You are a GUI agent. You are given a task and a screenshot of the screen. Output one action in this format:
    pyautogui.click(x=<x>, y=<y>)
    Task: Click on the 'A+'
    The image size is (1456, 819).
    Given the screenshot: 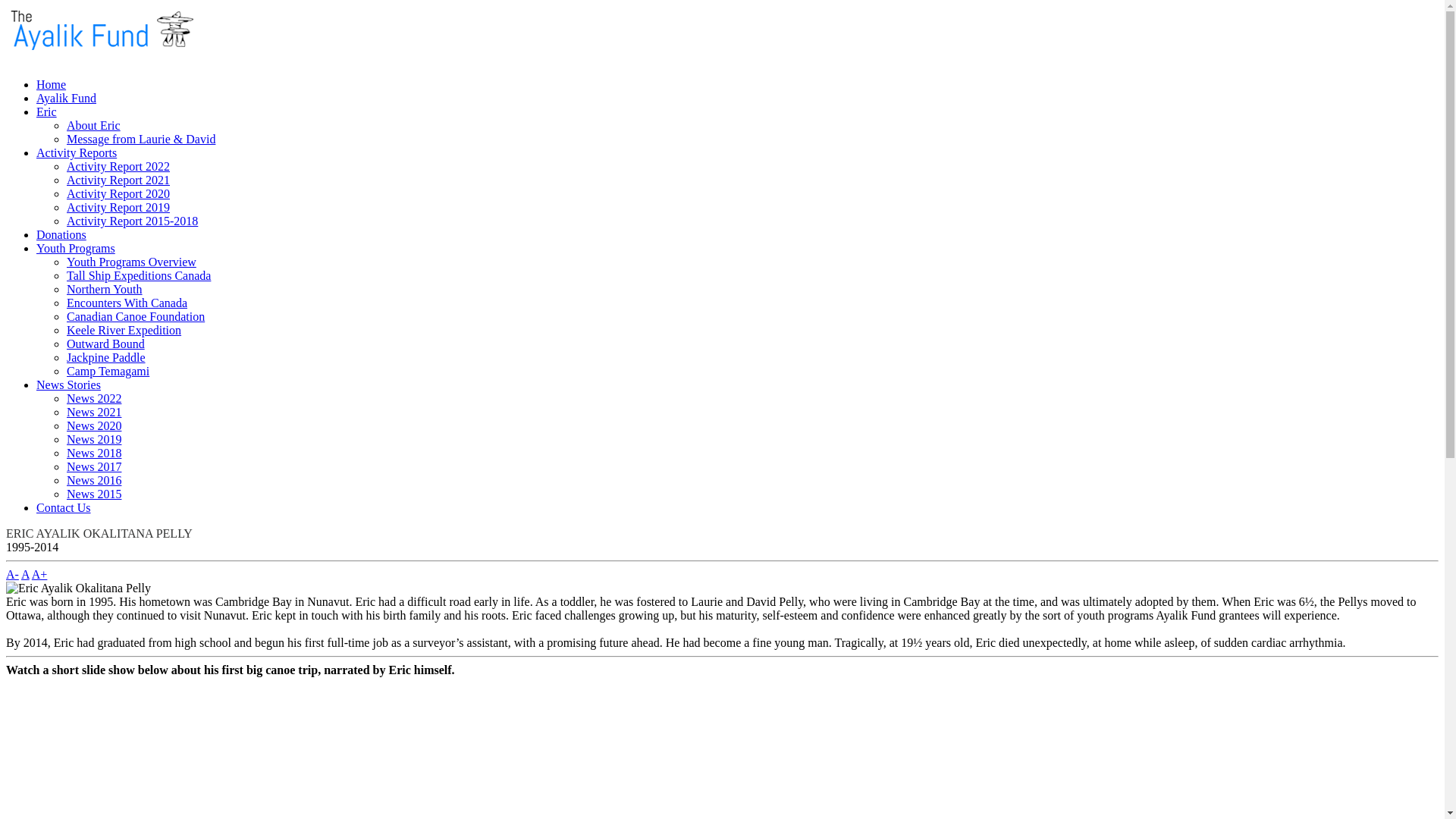 What is the action you would take?
    pyautogui.click(x=39, y=574)
    